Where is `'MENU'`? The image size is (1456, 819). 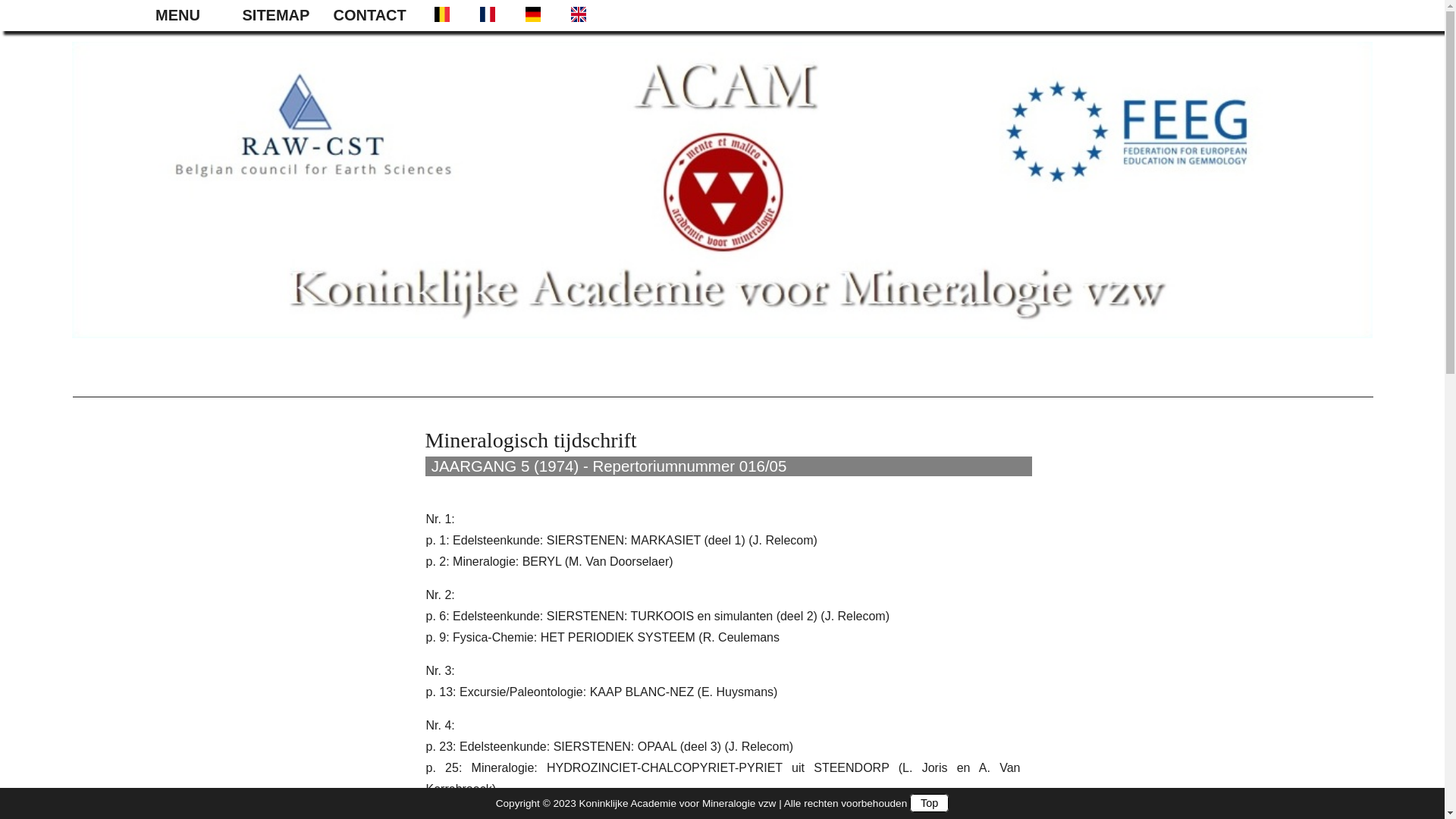
'MENU' is located at coordinates (188, 15).